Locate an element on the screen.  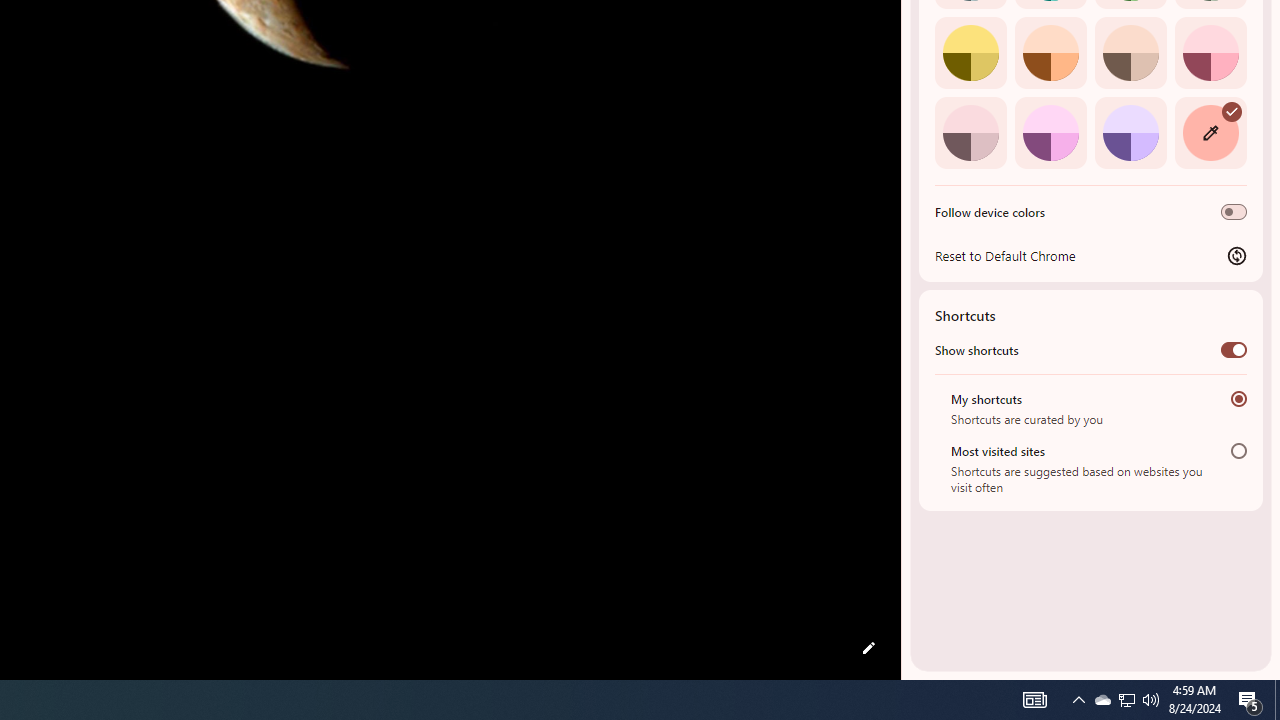
'Citron' is located at coordinates (970, 51).